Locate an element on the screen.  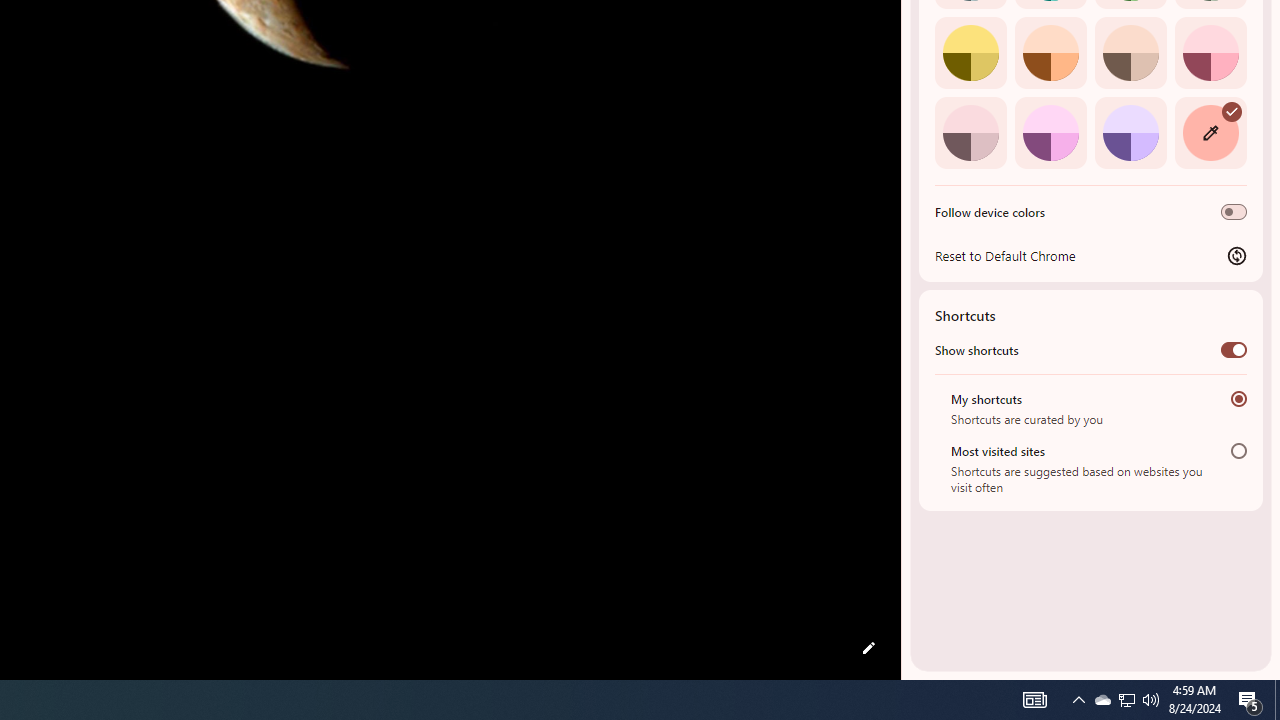
'Citron' is located at coordinates (970, 51).